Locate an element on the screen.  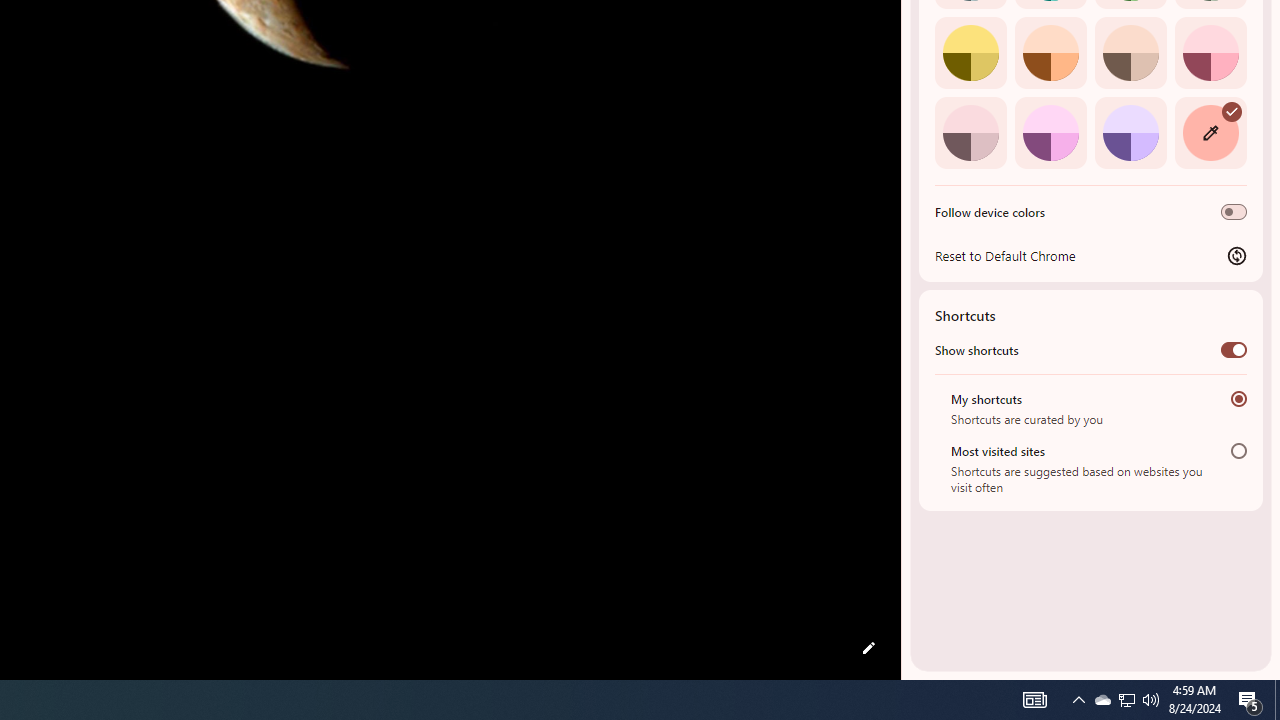
'Citron' is located at coordinates (970, 51).